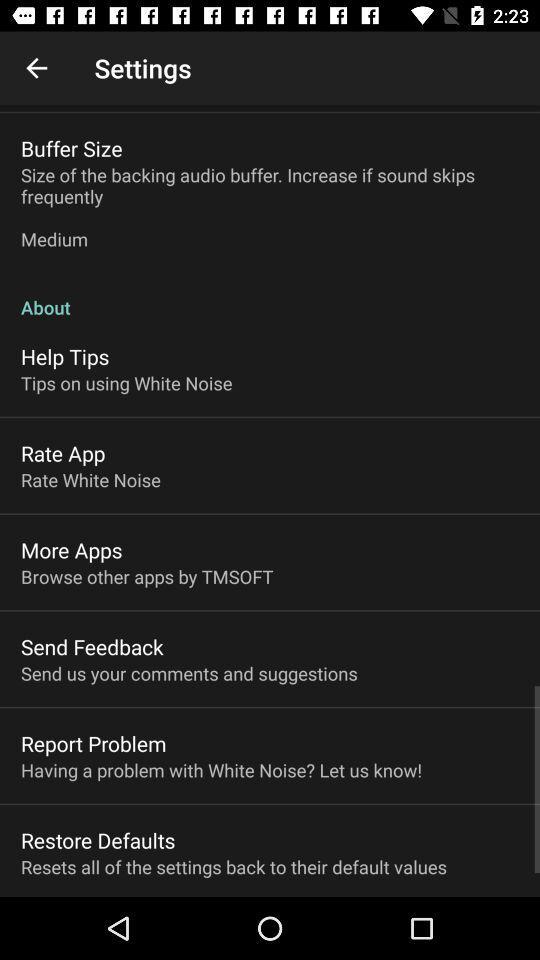 The height and width of the screenshot is (960, 540). Describe the element at coordinates (232, 865) in the screenshot. I see `the icon below restore defaults item` at that location.